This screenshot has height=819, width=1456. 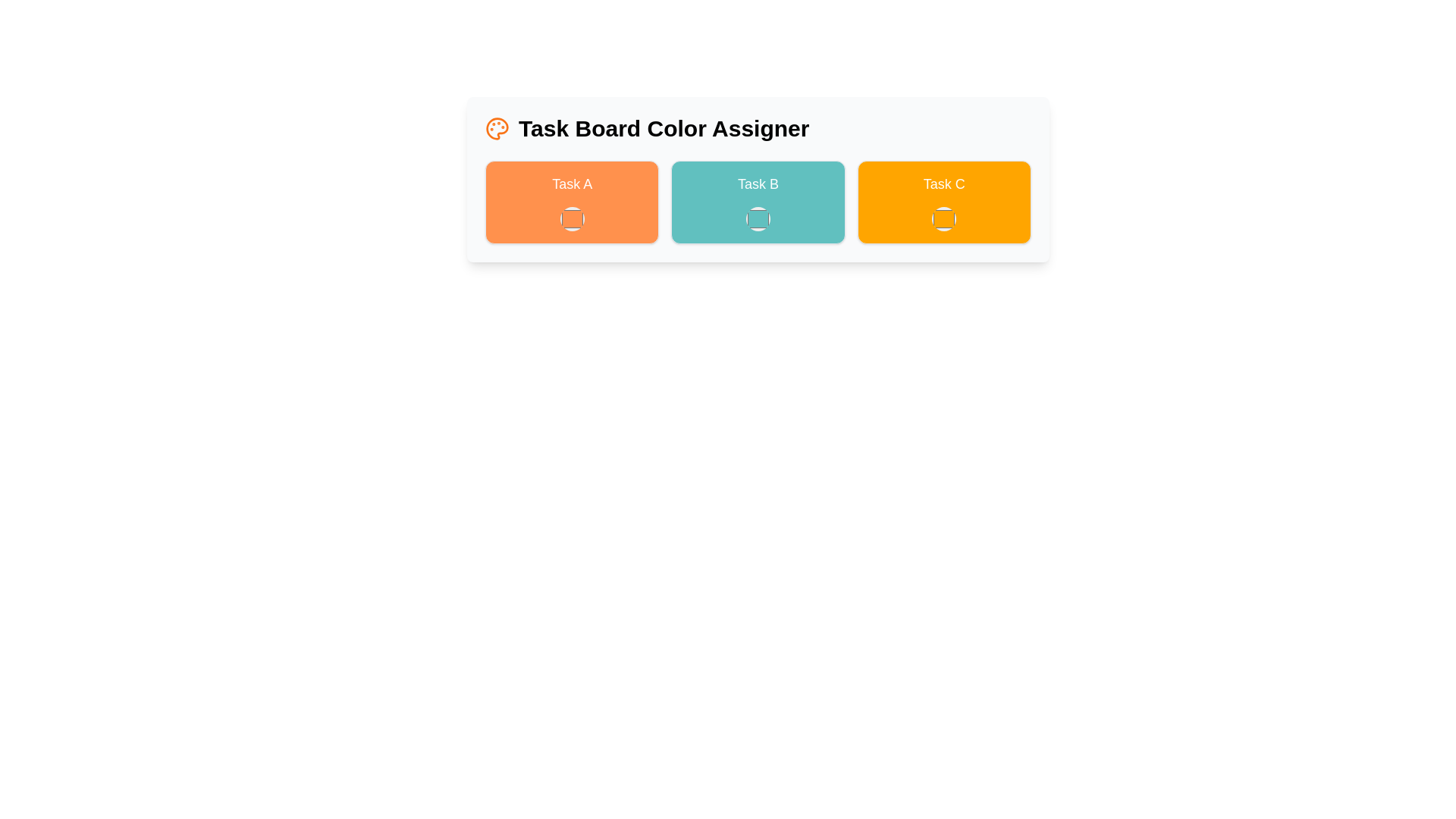 What do you see at coordinates (758, 219) in the screenshot?
I see `the color picker element located in the lower central part of the 'Task B' card` at bounding box center [758, 219].